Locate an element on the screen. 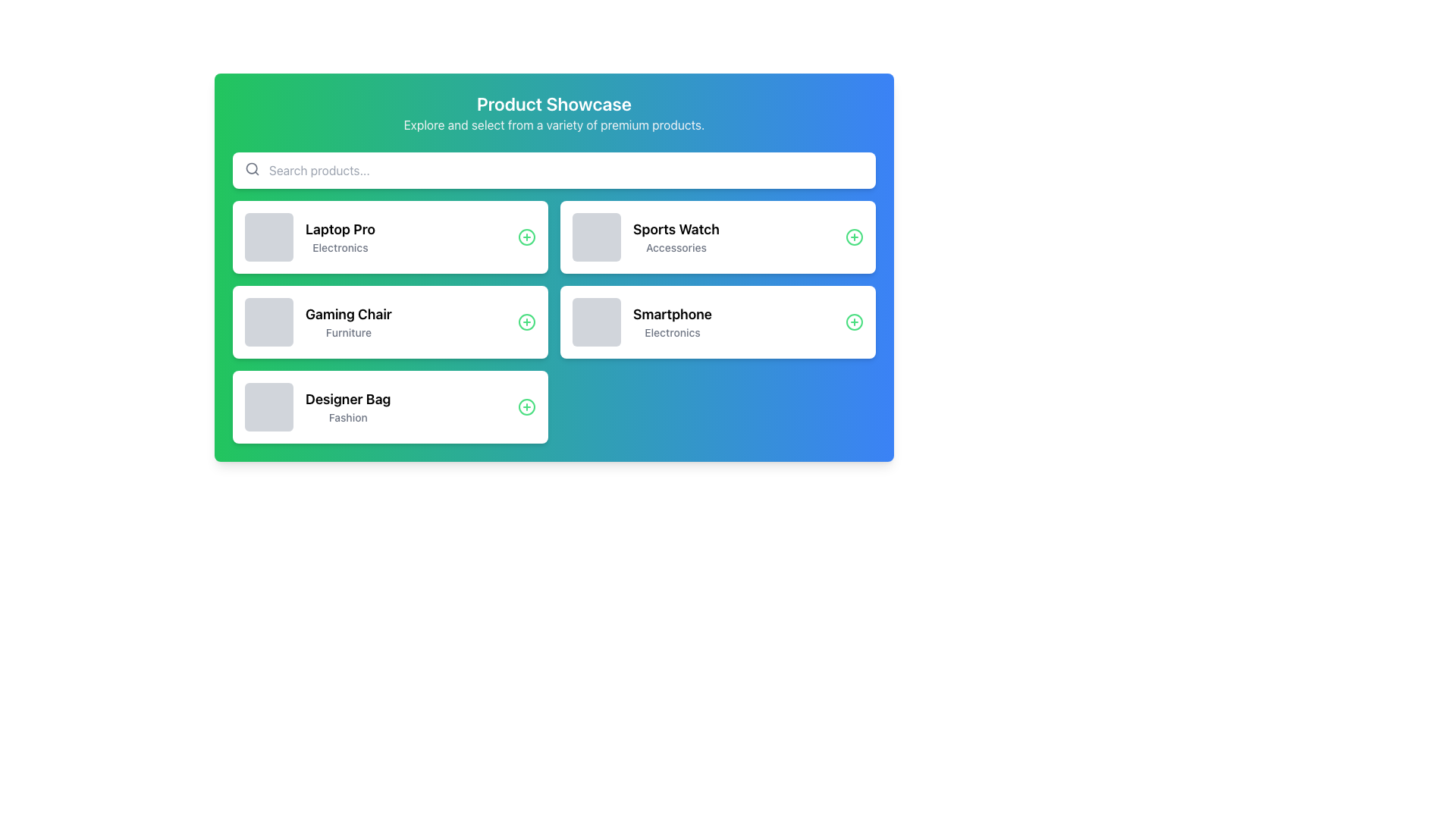  text content of the text label located in the last row of the first column in the product listing grid, below the 'Gaming Chair' card is located at coordinates (347, 406).